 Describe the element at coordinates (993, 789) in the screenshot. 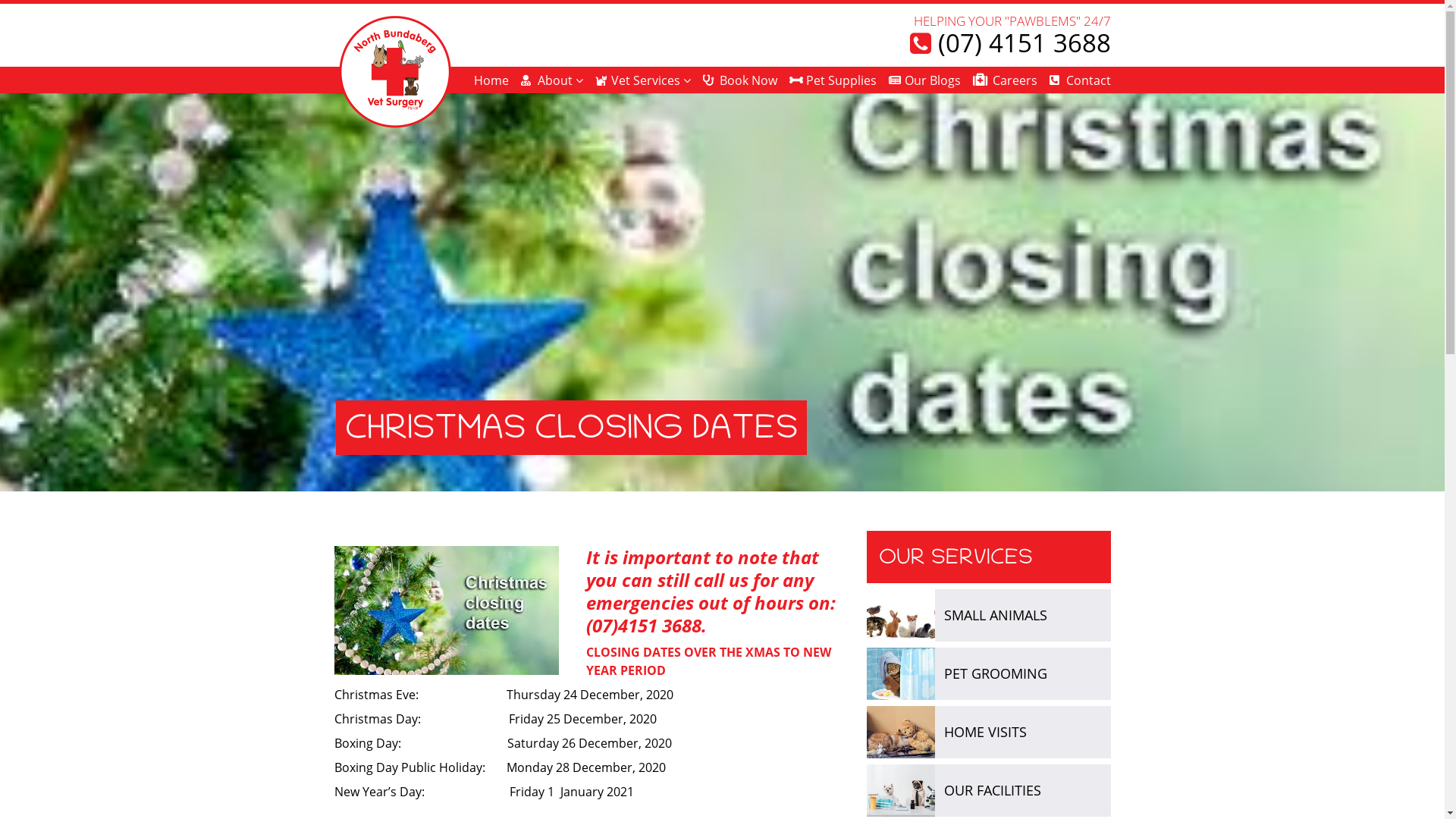

I see `'OUR FACILITIES'` at that location.